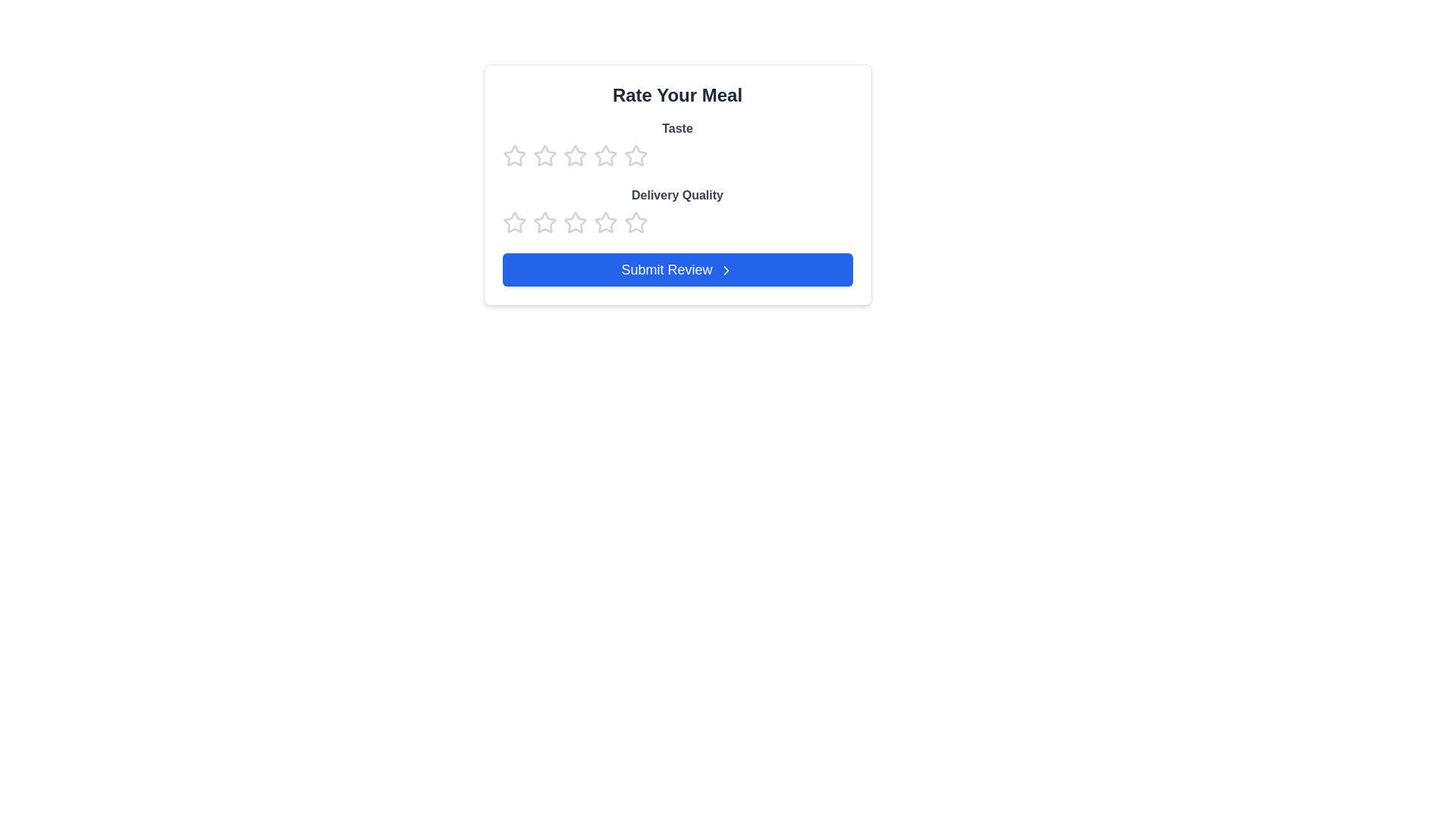  What do you see at coordinates (604, 222) in the screenshot?
I see `the star rating icon in the second row, third column of the rating grid` at bounding box center [604, 222].